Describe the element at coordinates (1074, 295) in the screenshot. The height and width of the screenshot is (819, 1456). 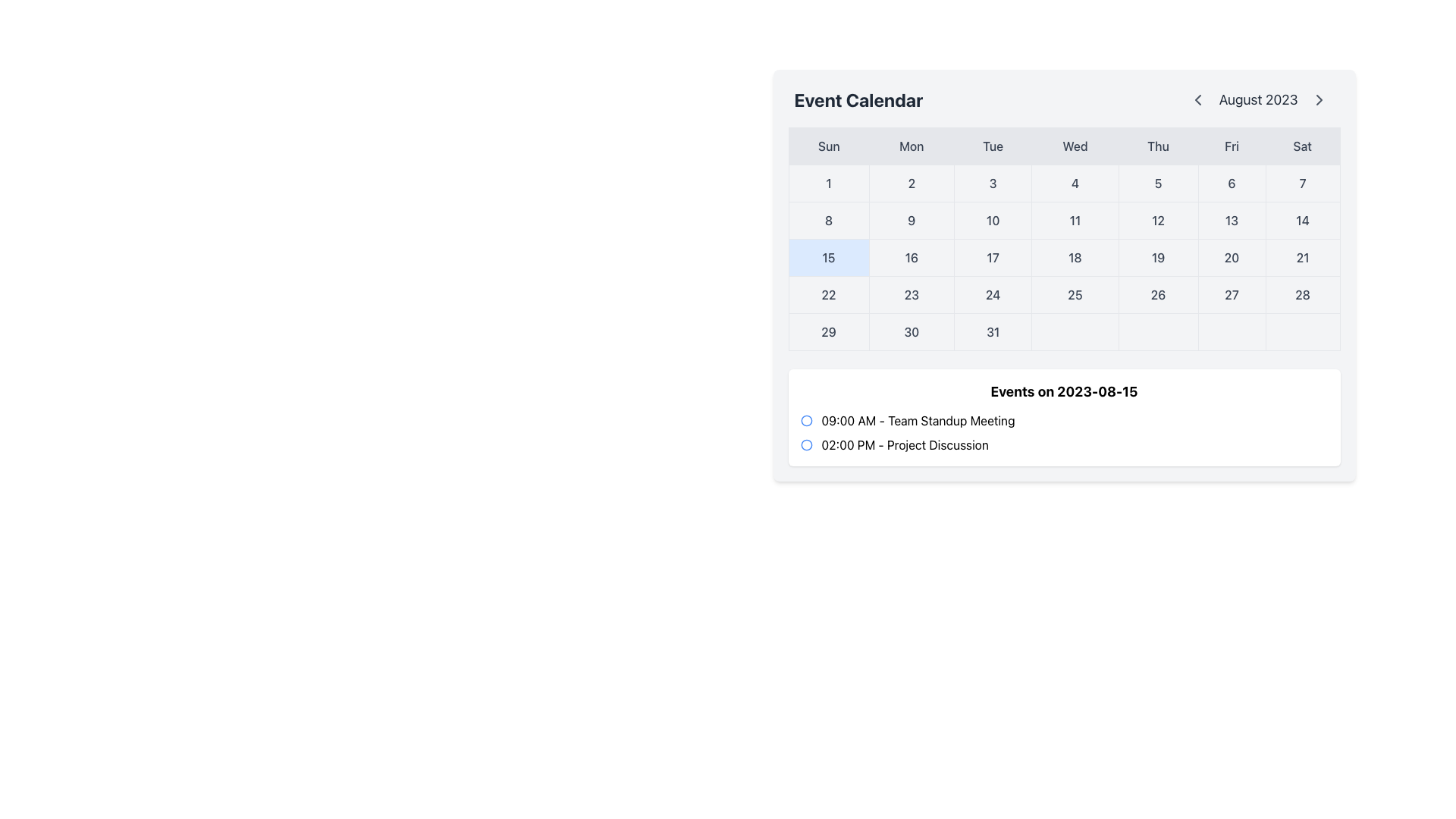
I see `the stylized calendar day cell displaying the number '25'` at that location.